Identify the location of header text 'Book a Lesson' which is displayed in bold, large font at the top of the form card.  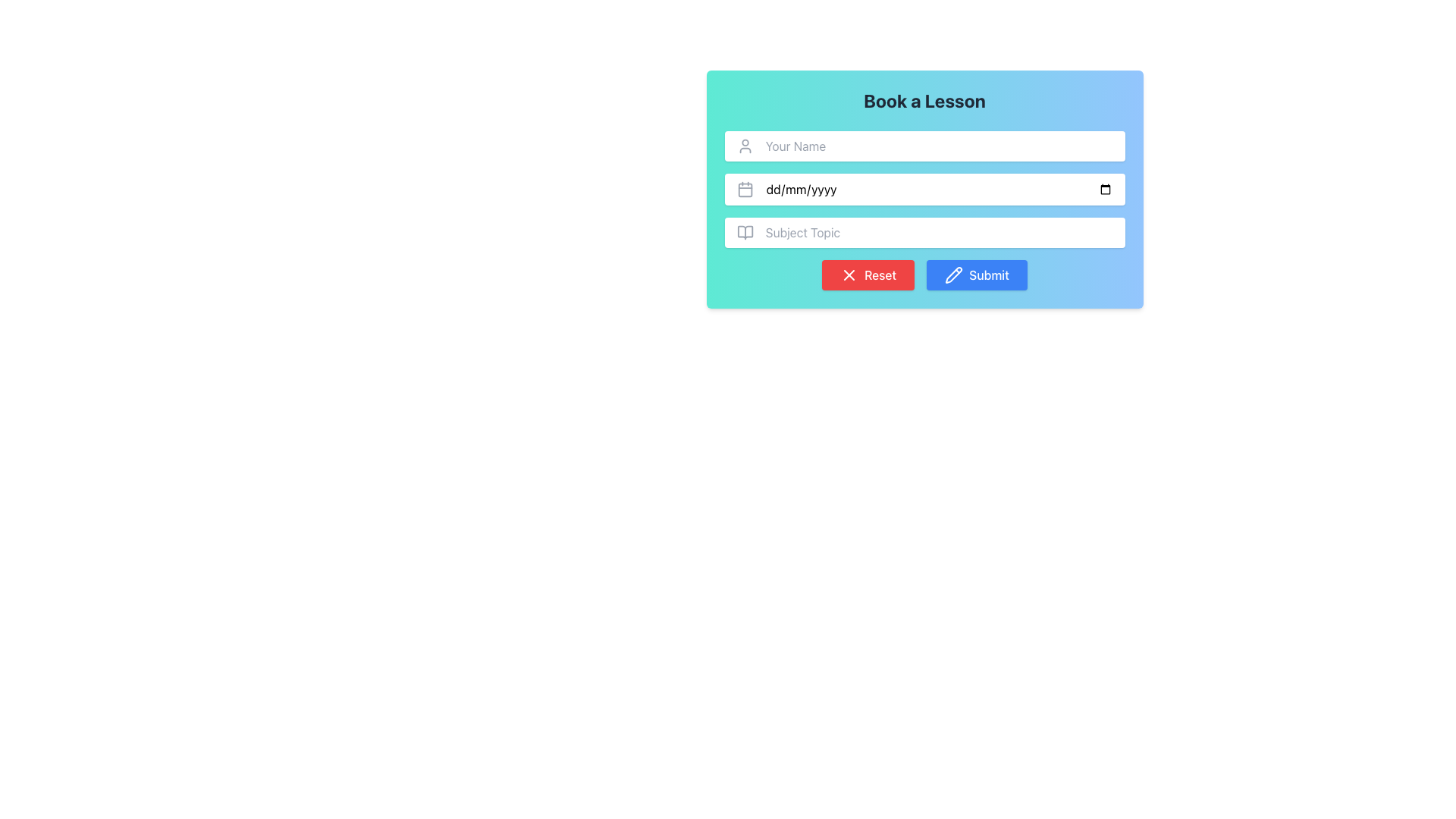
(924, 100).